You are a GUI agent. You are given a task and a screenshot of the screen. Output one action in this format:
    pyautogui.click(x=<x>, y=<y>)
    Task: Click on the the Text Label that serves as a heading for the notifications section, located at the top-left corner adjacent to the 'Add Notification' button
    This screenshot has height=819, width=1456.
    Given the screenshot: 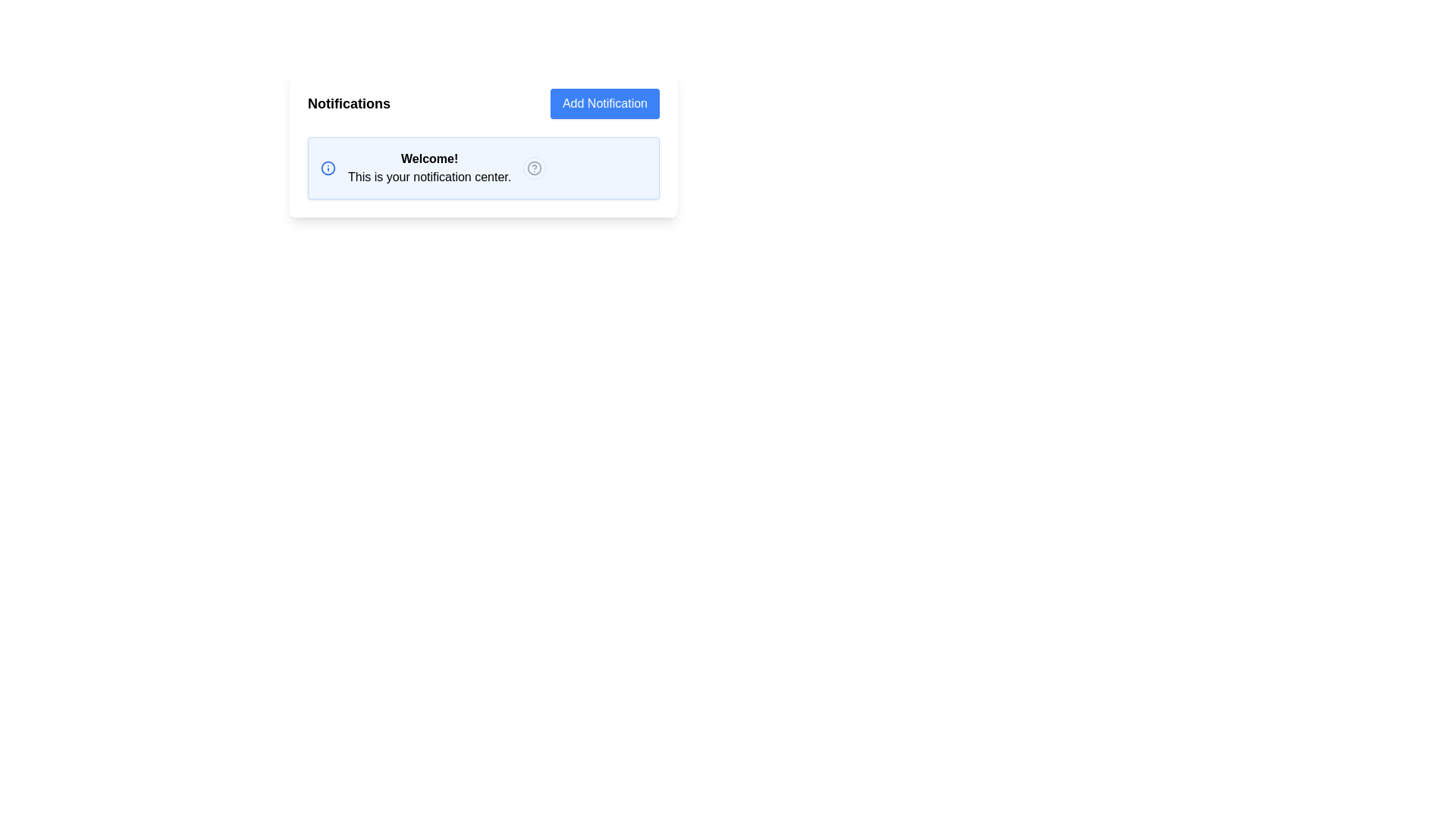 What is the action you would take?
    pyautogui.click(x=348, y=103)
    